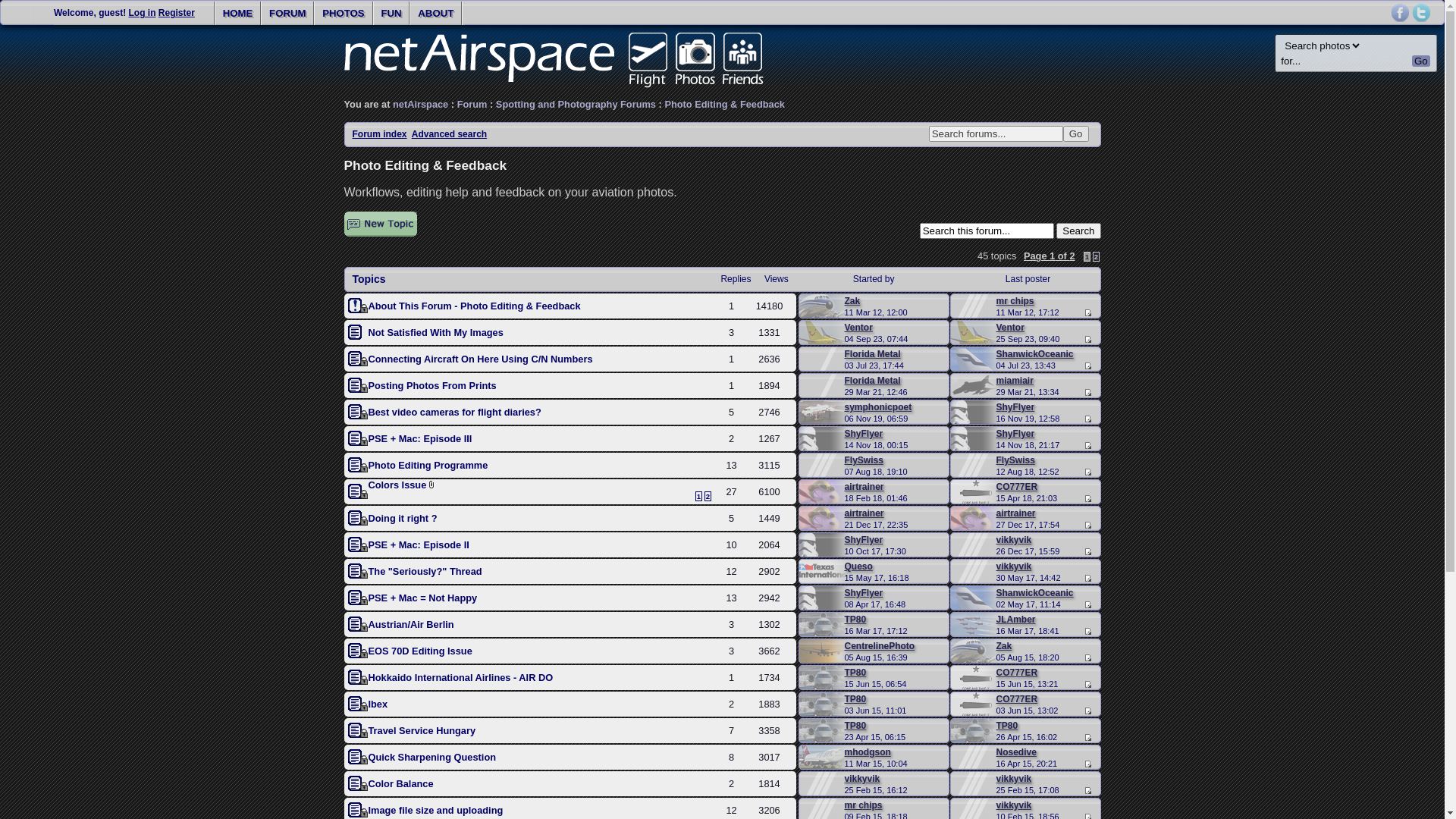 The height and width of the screenshot is (819, 1456). What do you see at coordinates (1048, 255) in the screenshot?
I see `'Page 1 of 2'` at bounding box center [1048, 255].